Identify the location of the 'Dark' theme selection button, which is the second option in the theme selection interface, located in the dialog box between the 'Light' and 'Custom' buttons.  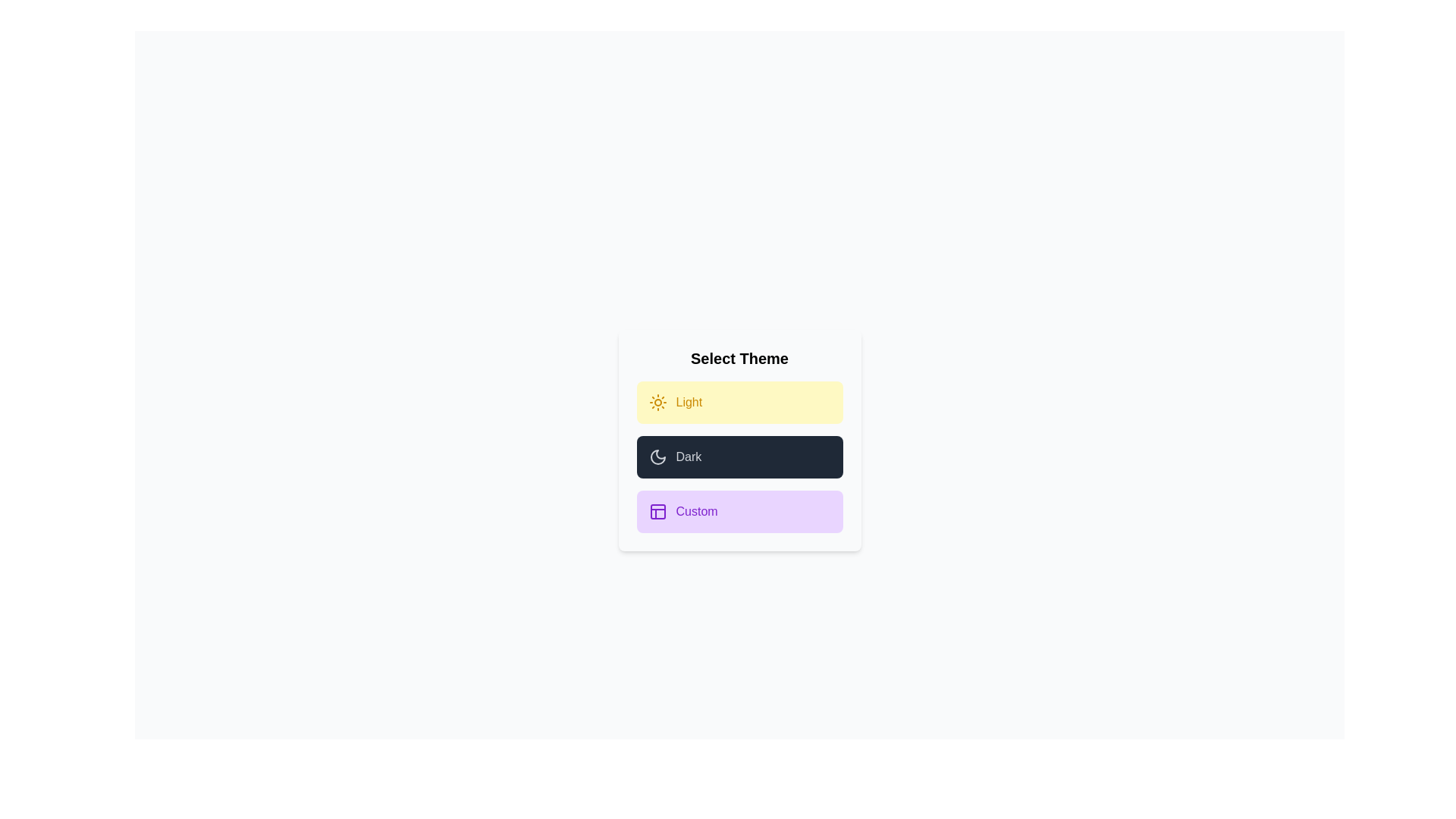
(739, 441).